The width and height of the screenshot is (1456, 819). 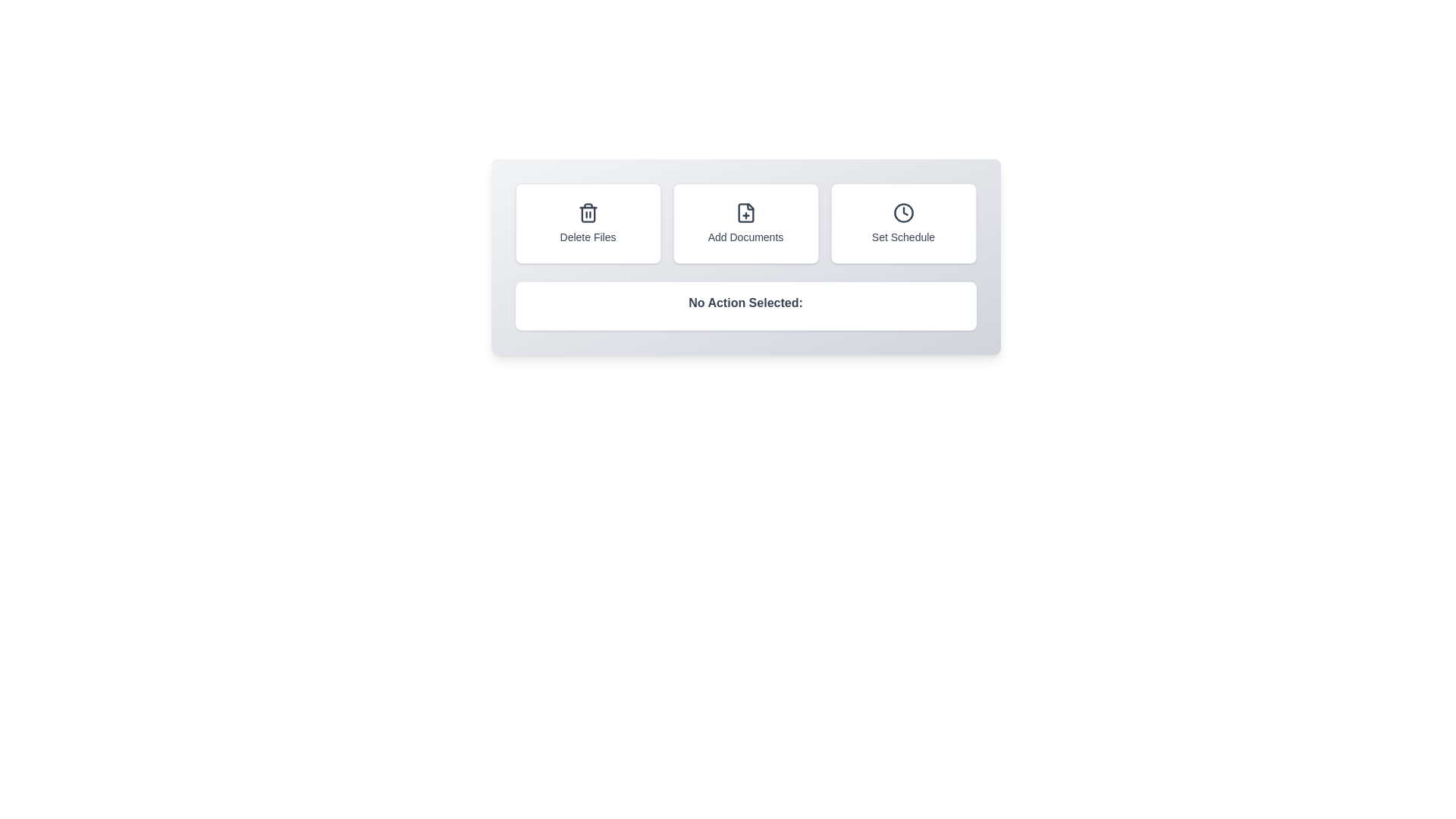 What do you see at coordinates (587, 223) in the screenshot?
I see `the delete button located at the top-center of the interface, which is the first item in a row of three options` at bounding box center [587, 223].